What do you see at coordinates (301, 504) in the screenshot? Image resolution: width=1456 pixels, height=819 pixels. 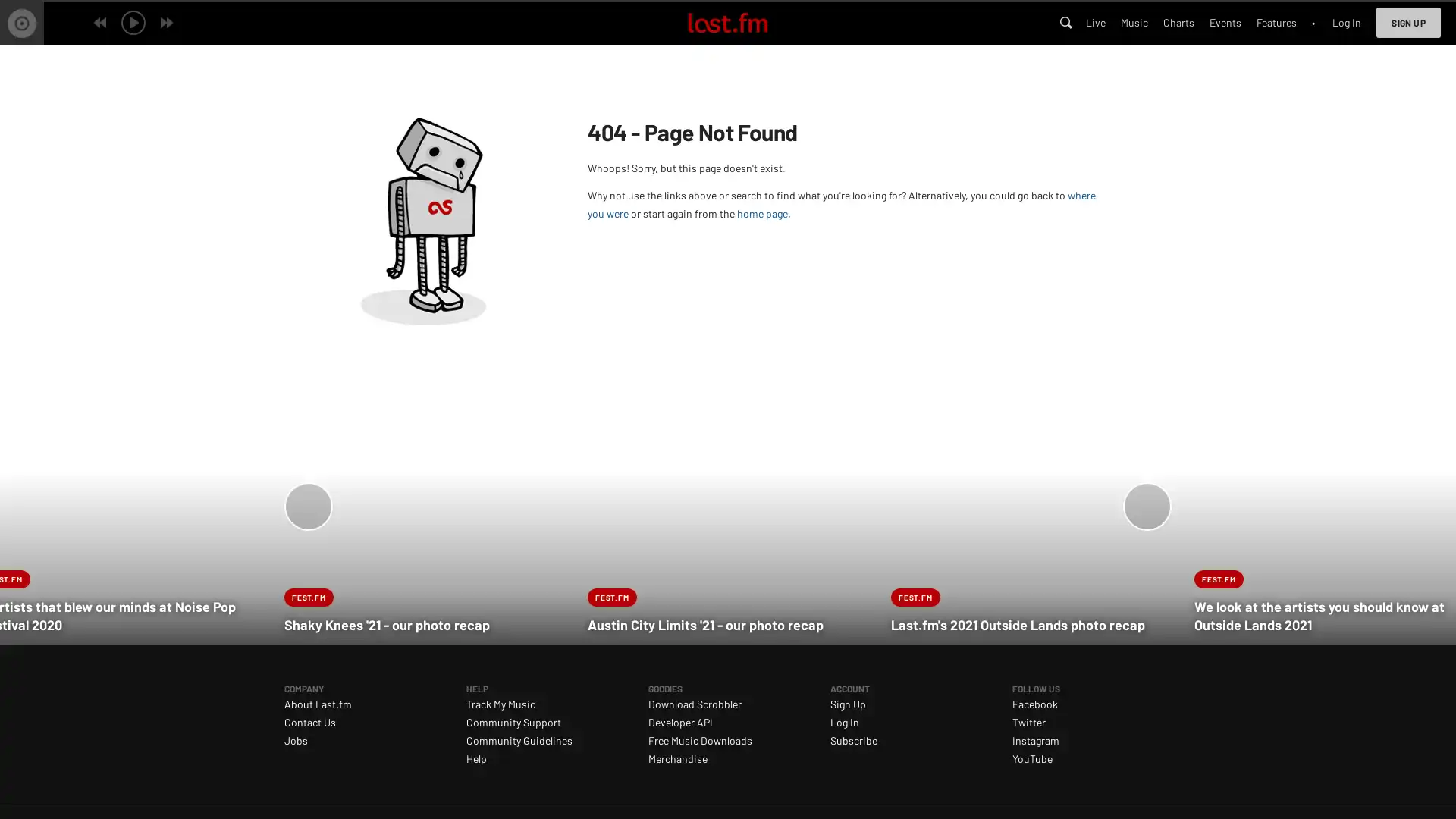 I see `Previous` at bounding box center [301, 504].